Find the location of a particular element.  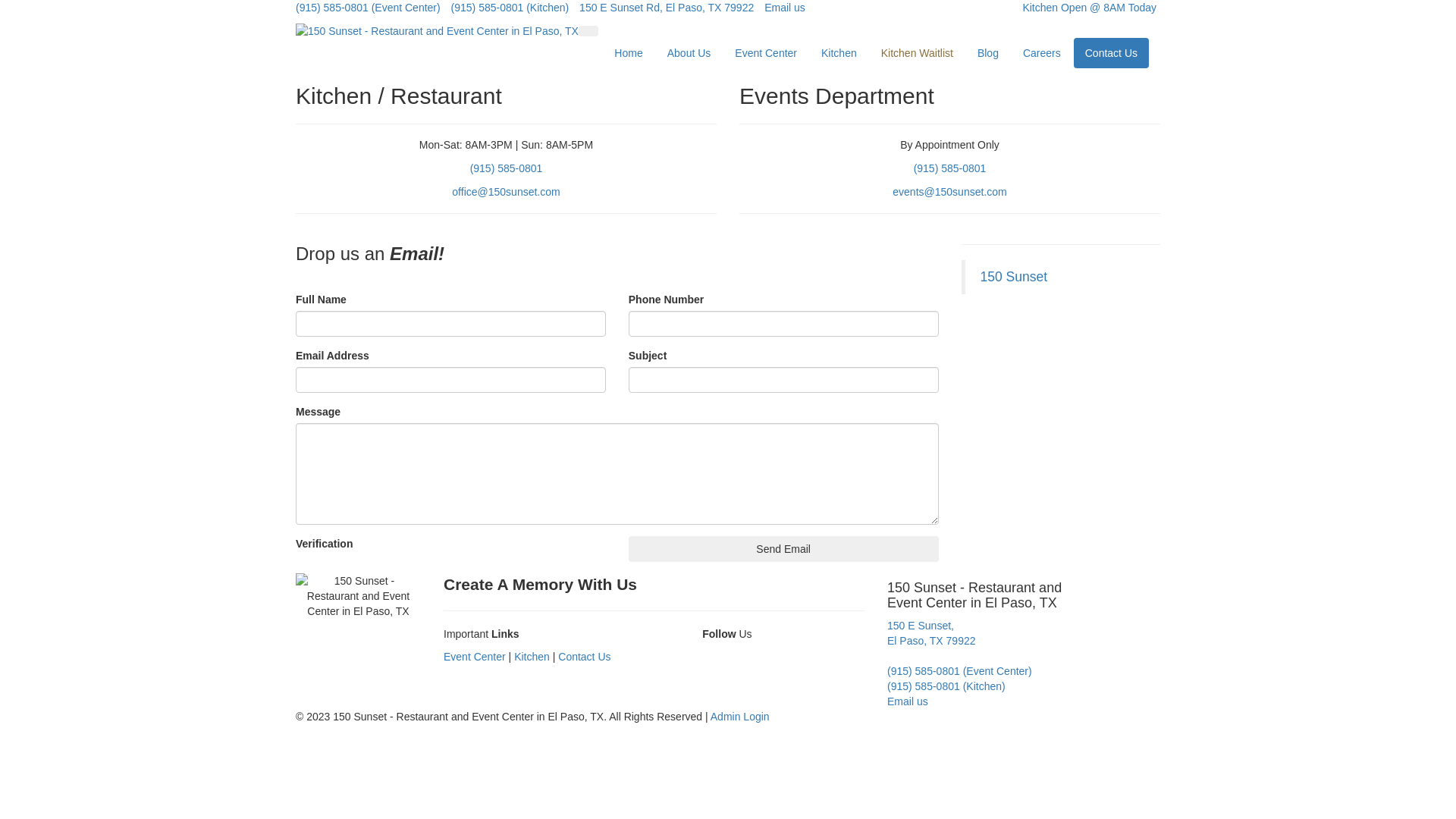

'About Us' is located at coordinates (688, 52).